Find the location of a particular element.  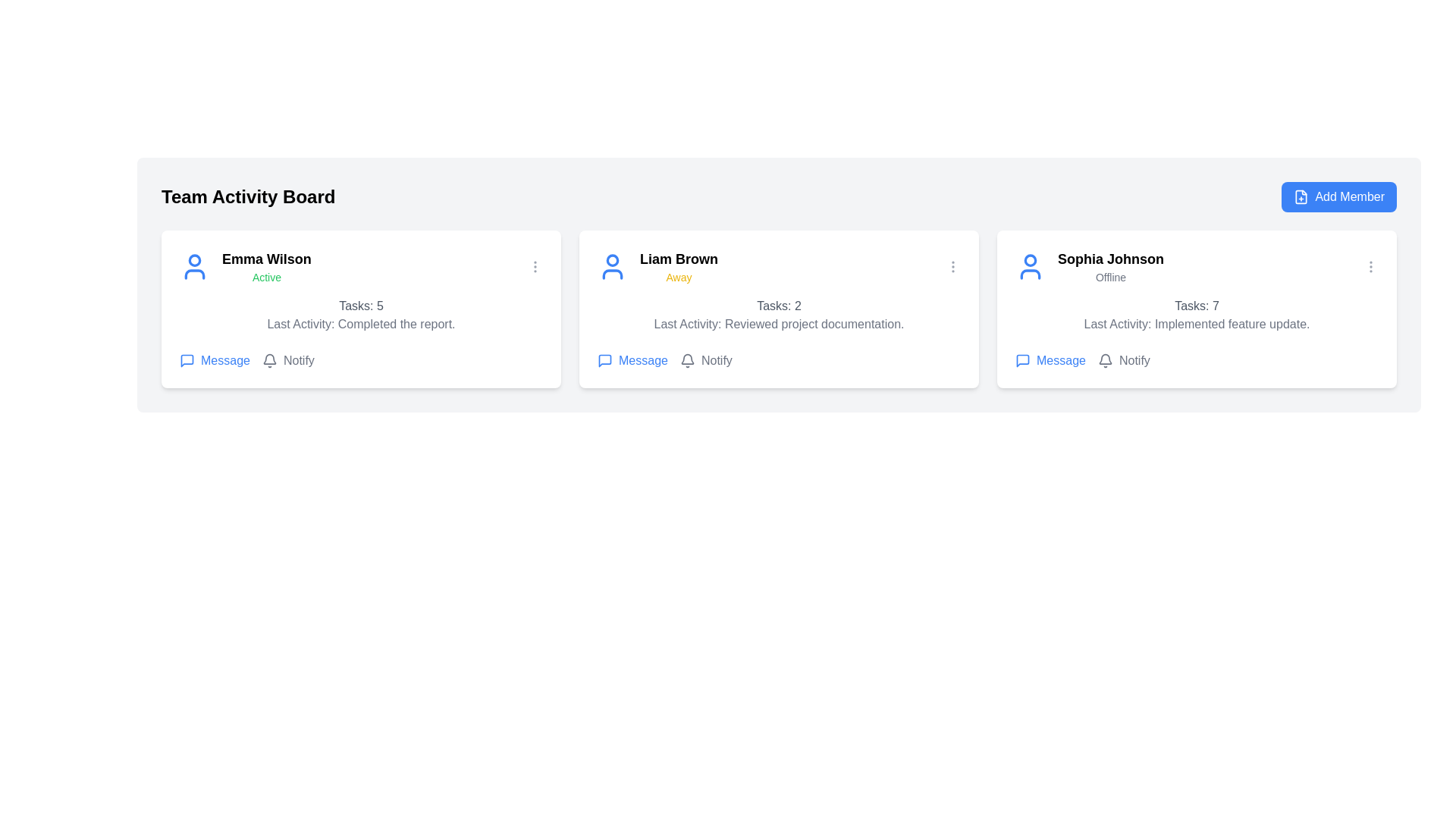

the text label displaying 'Sophia Johnson' is located at coordinates (1110, 265).